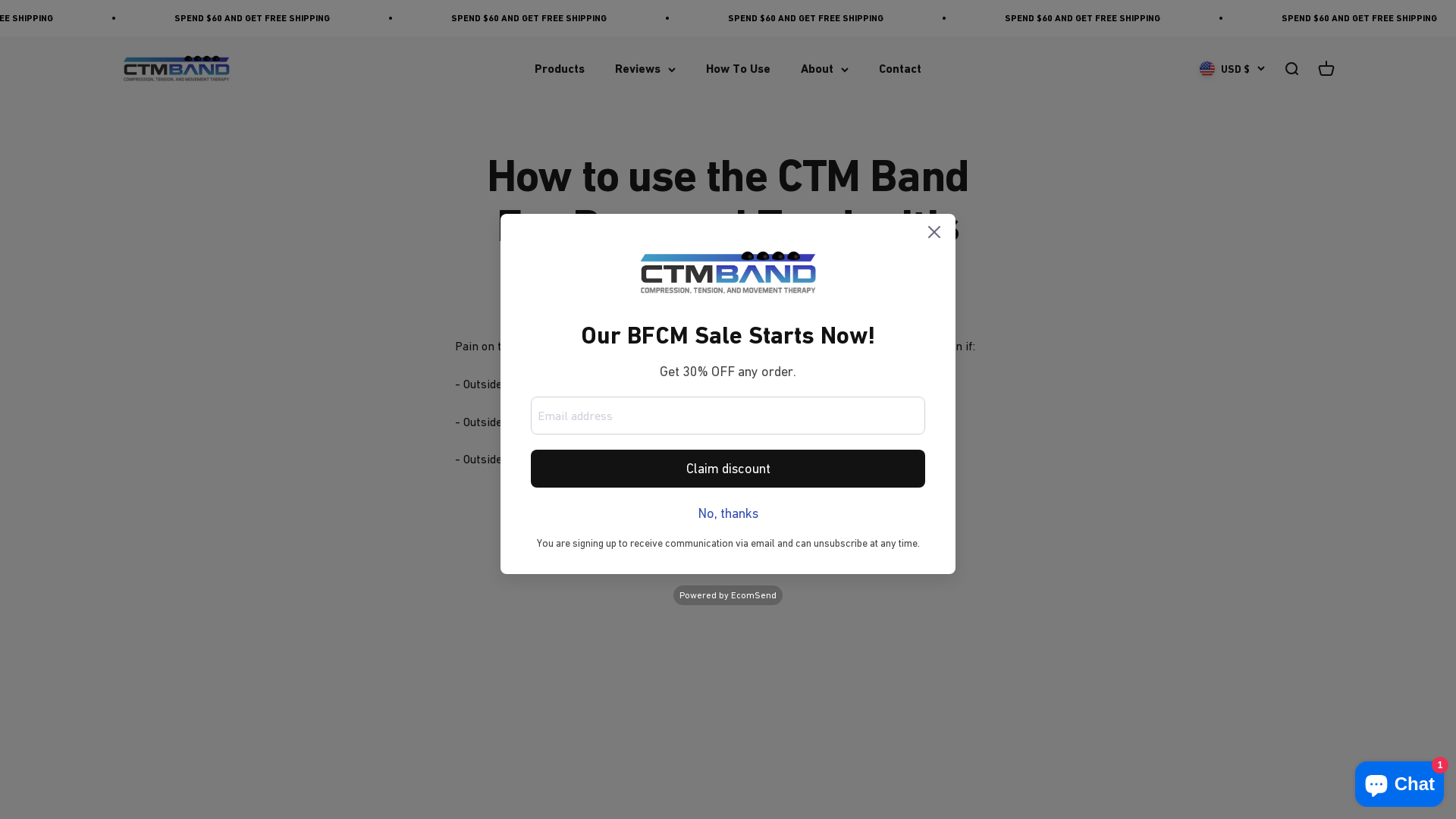  What do you see at coordinates (1291, 69) in the screenshot?
I see `'Open search'` at bounding box center [1291, 69].